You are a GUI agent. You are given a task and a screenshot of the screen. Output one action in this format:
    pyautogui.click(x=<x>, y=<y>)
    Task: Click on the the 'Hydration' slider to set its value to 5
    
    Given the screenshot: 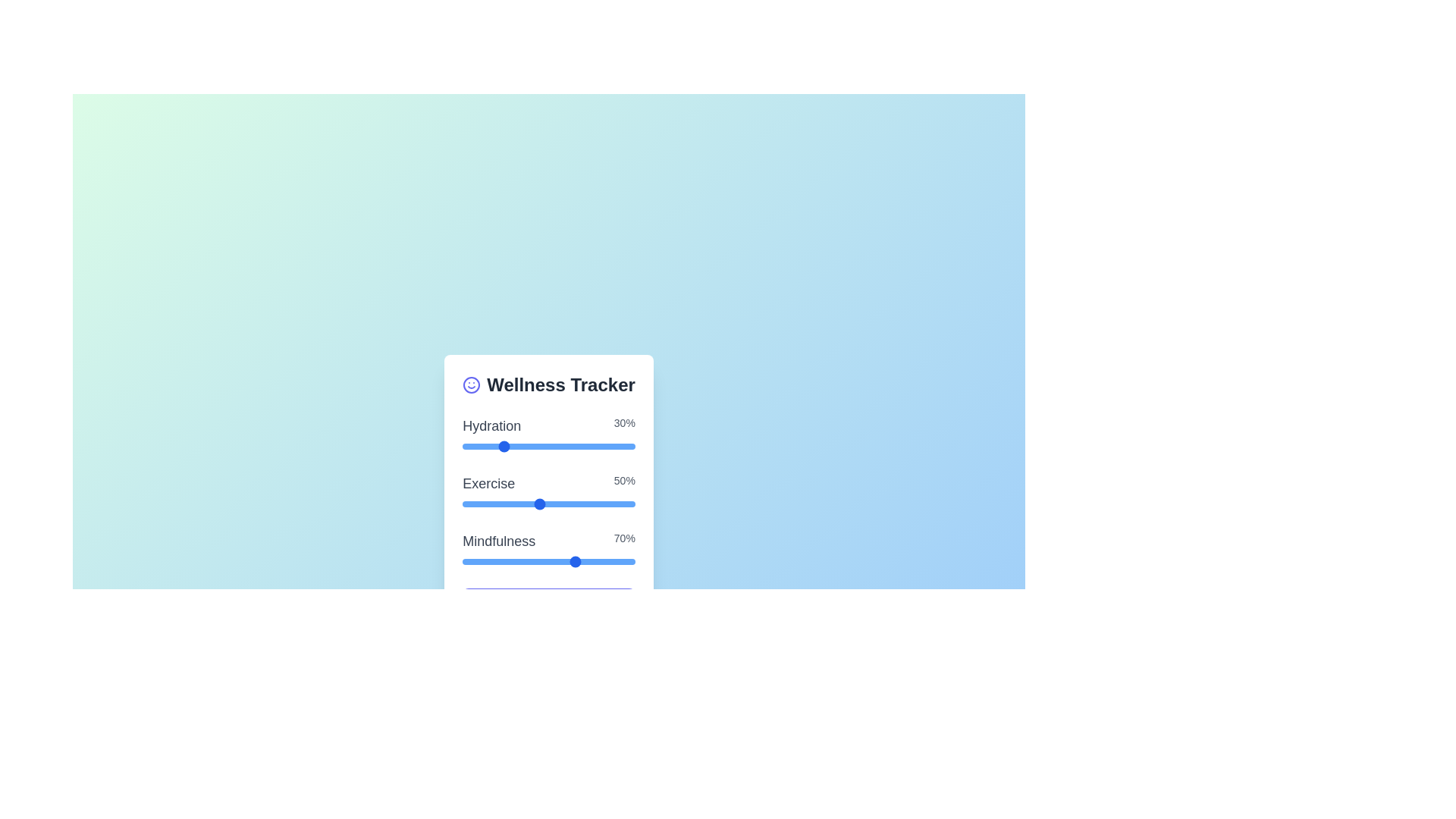 What is the action you would take?
    pyautogui.click(x=538, y=446)
    